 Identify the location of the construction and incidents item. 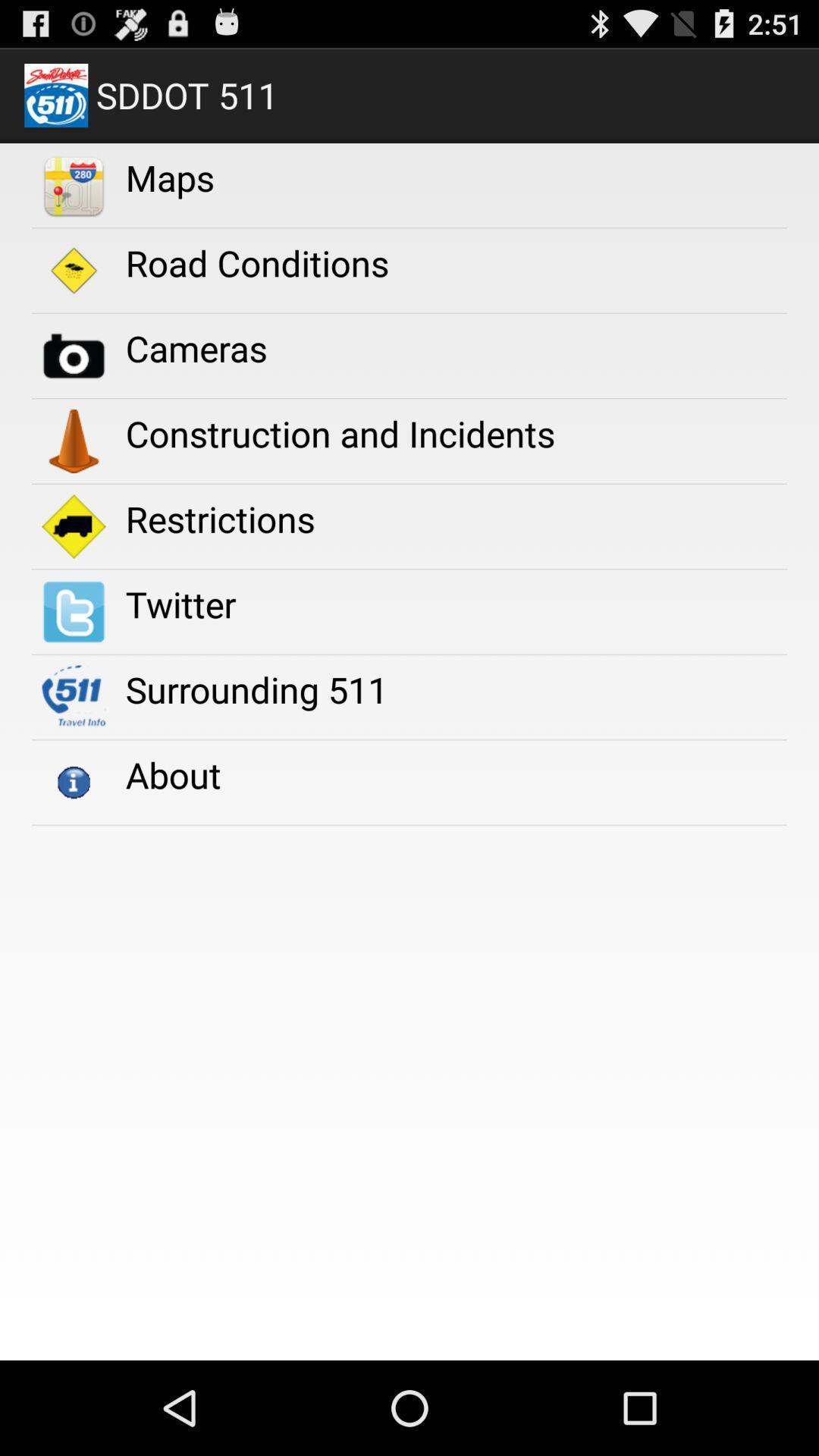
(339, 432).